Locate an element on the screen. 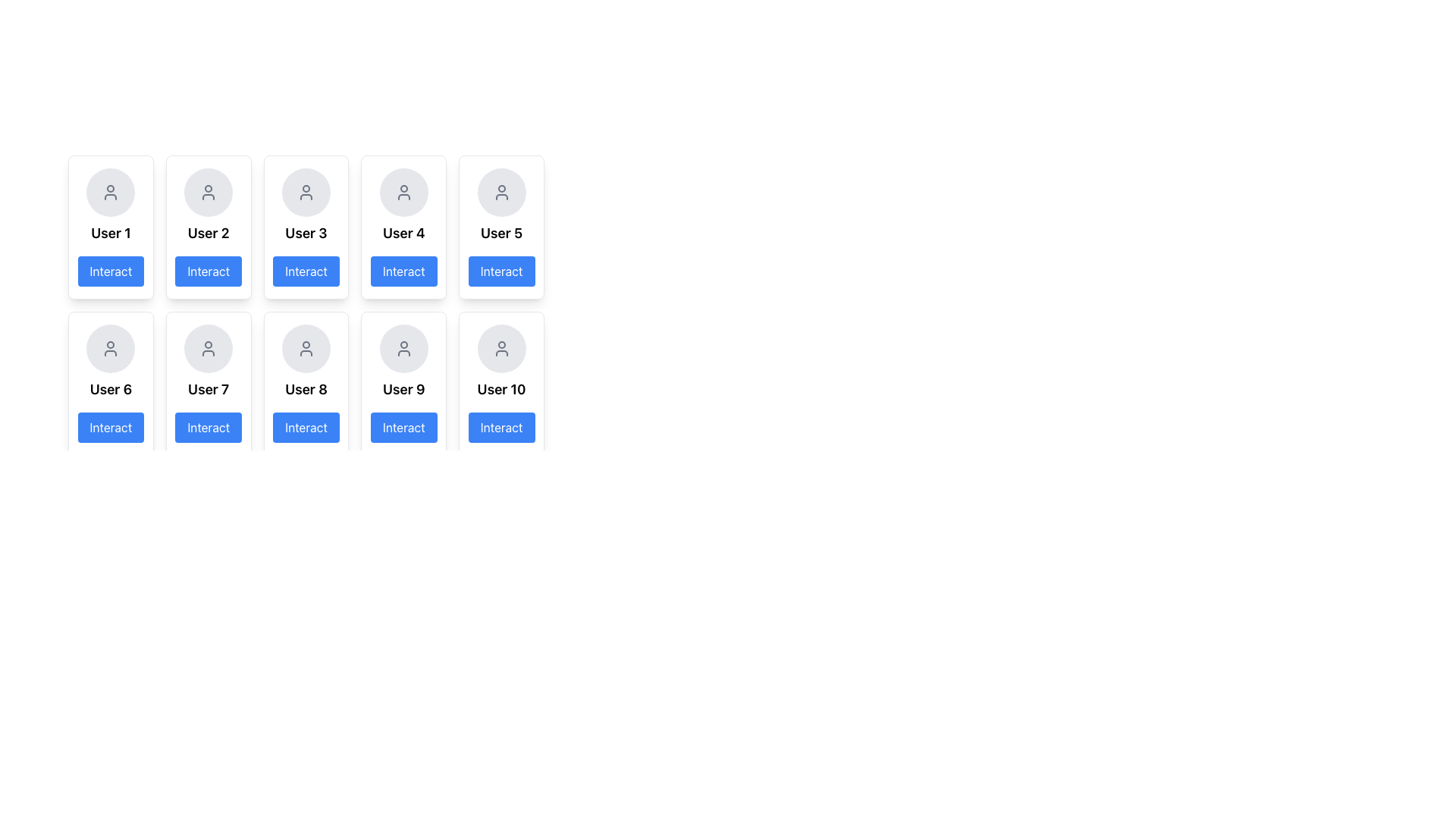 The image size is (1456, 819). the circular icon with a gray background and a human figure outline, located above the 'User 8' label and 'Interact' button in the second row, third column of the grid is located at coordinates (305, 348).